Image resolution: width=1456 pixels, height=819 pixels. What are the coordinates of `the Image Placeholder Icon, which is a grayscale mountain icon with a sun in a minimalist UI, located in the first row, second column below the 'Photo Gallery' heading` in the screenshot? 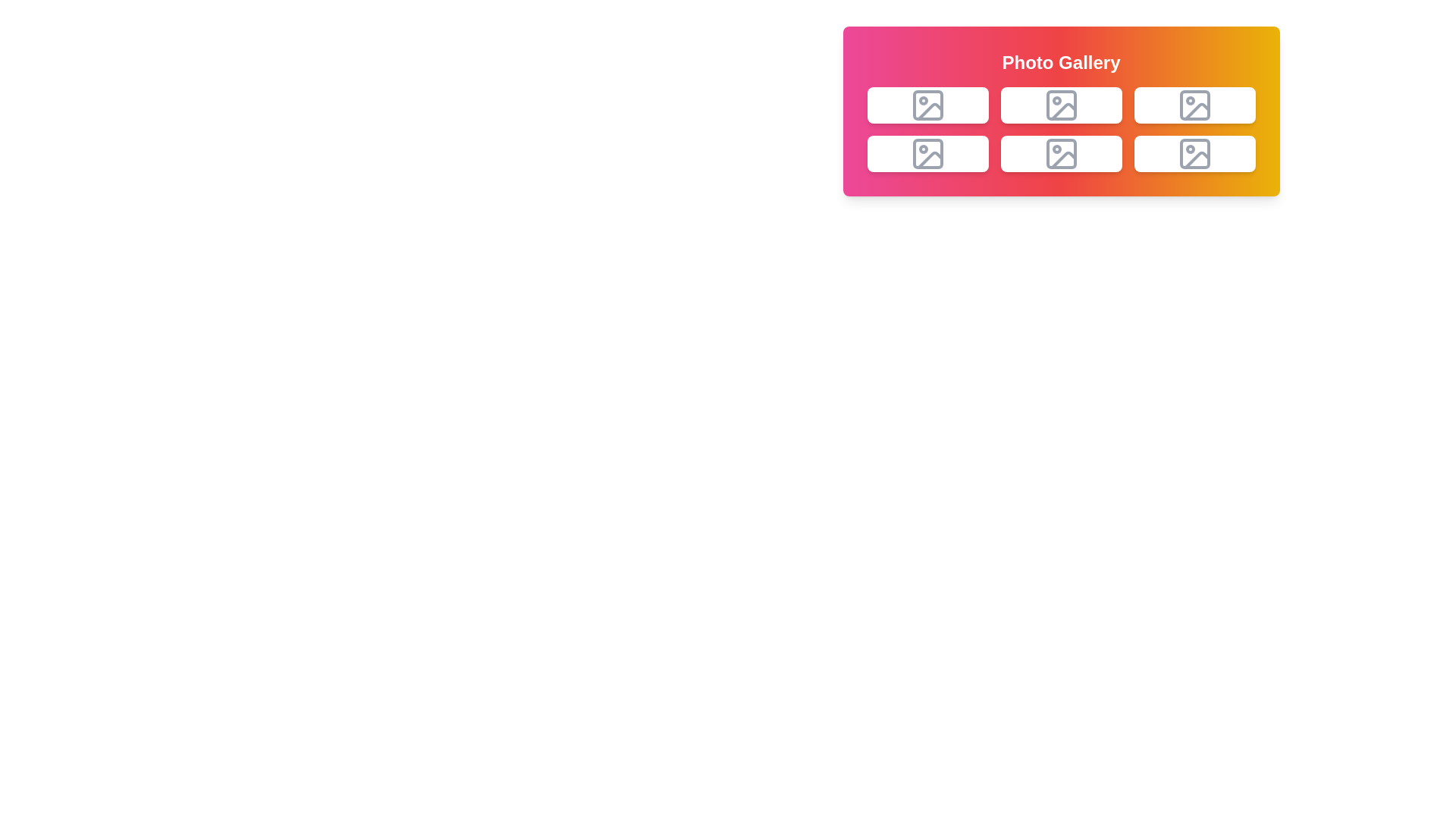 It's located at (1060, 104).